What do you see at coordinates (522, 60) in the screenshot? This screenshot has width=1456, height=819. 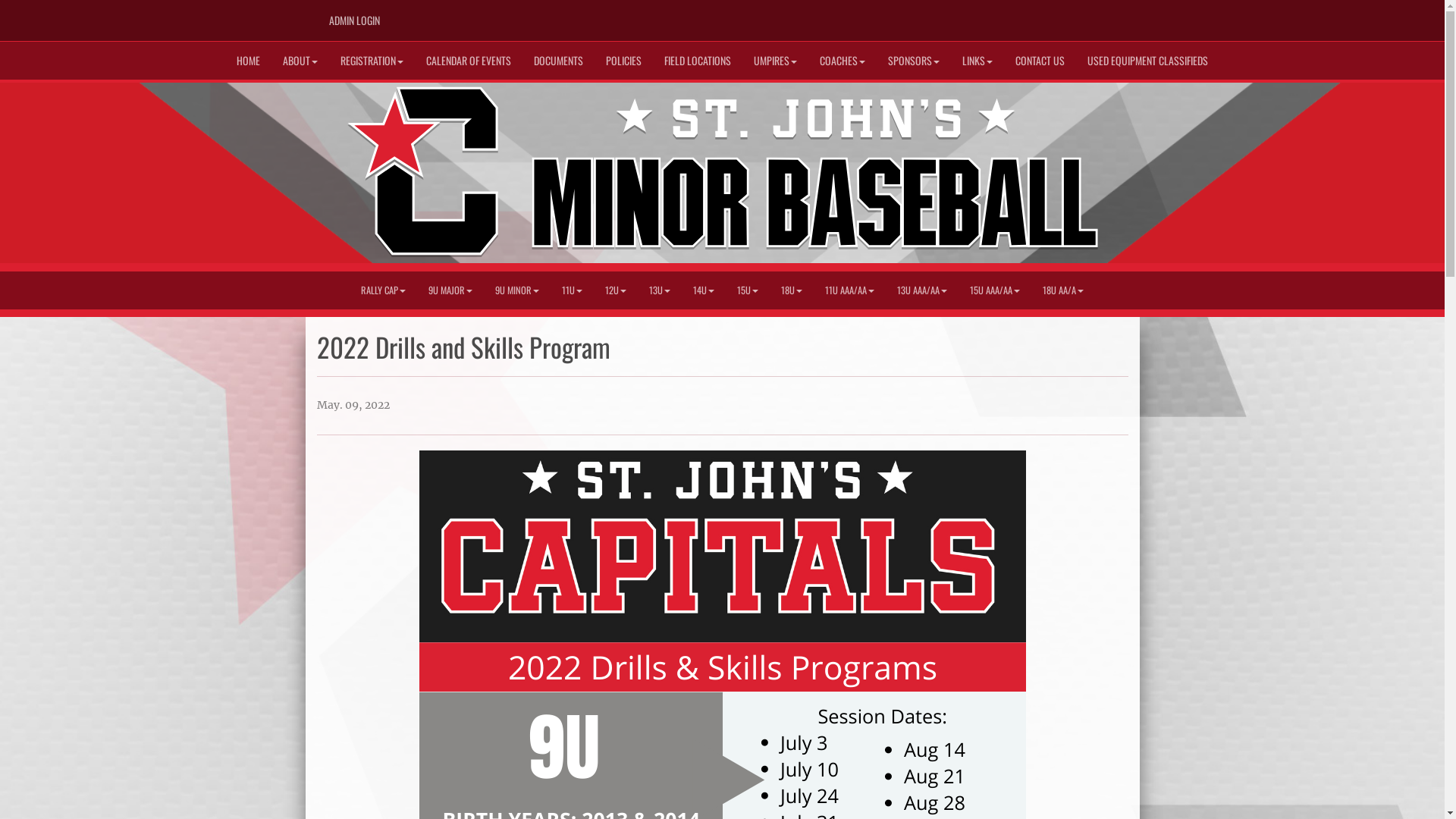 I see `'DOCUMENTS'` at bounding box center [522, 60].